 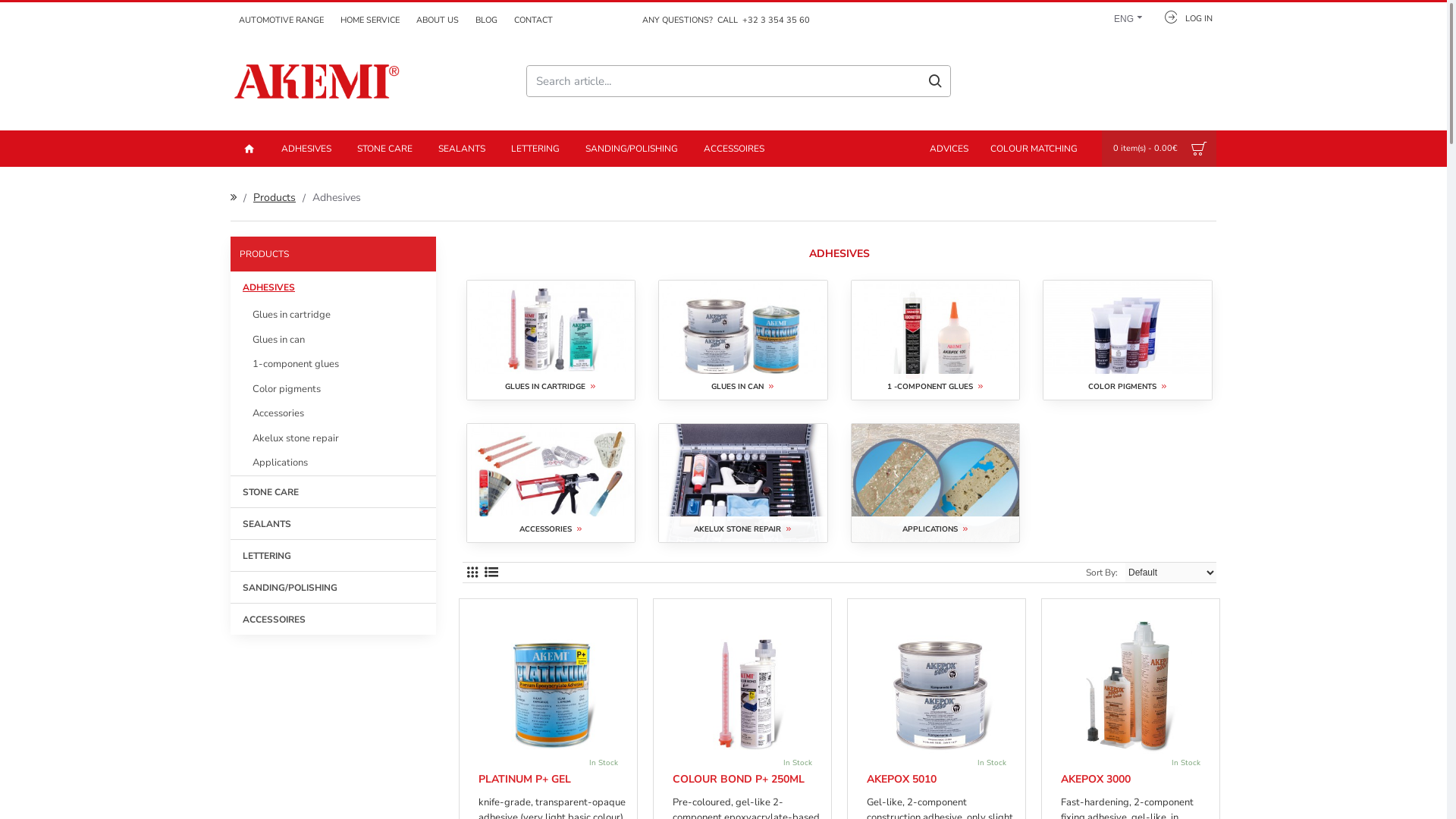 What do you see at coordinates (332, 438) in the screenshot?
I see `'Akelux stone repair'` at bounding box center [332, 438].